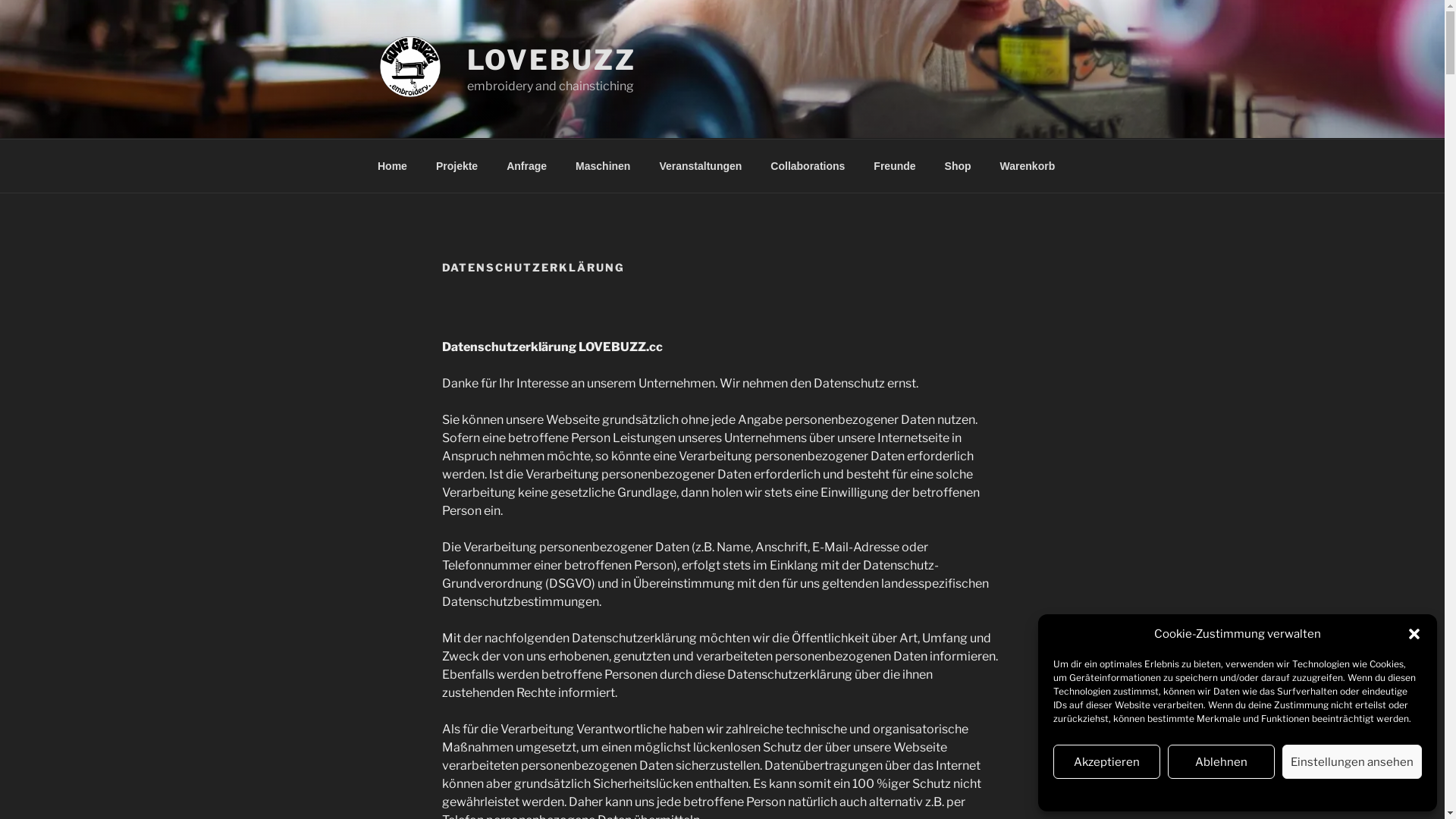 Image resolution: width=1456 pixels, height=819 pixels. What do you see at coordinates (807, 165) in the screenshot?
I see `'Collaborations'` at bounding box center [807, 165].